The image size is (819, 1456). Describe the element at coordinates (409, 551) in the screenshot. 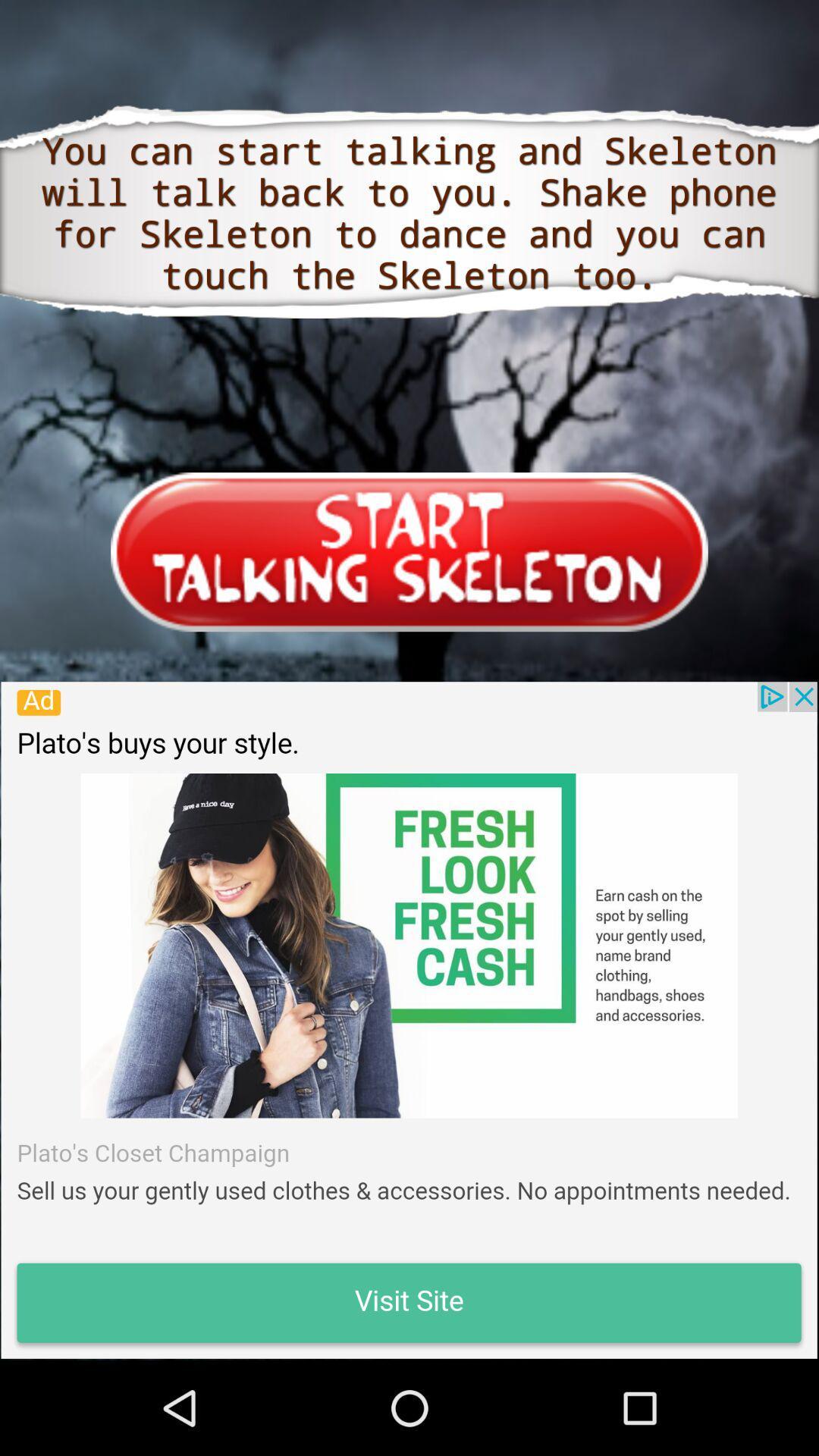

I see `app open login` at that location.